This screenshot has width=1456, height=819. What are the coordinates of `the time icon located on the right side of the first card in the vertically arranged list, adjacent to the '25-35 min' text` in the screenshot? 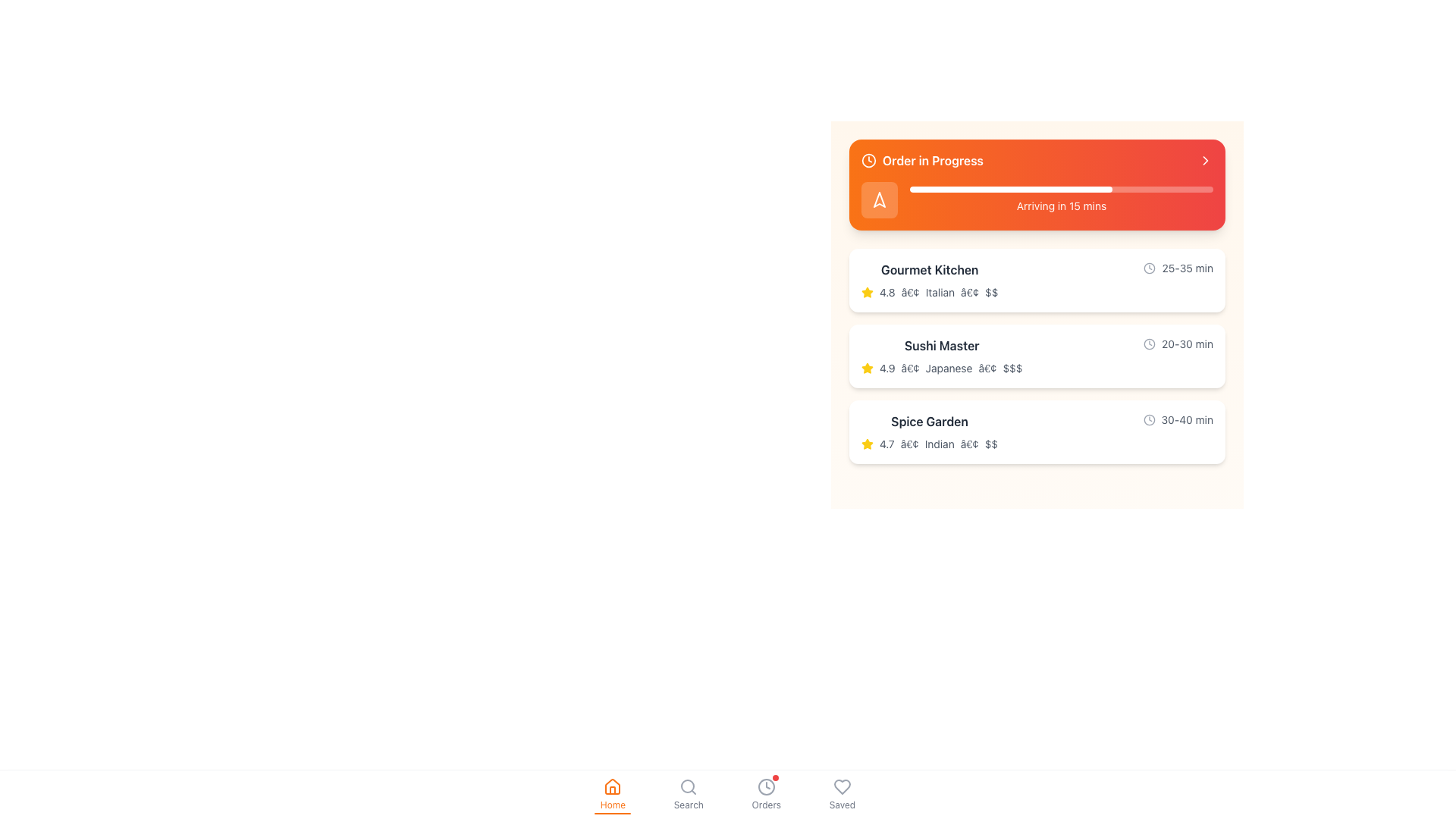 It's located at (1150, 268).